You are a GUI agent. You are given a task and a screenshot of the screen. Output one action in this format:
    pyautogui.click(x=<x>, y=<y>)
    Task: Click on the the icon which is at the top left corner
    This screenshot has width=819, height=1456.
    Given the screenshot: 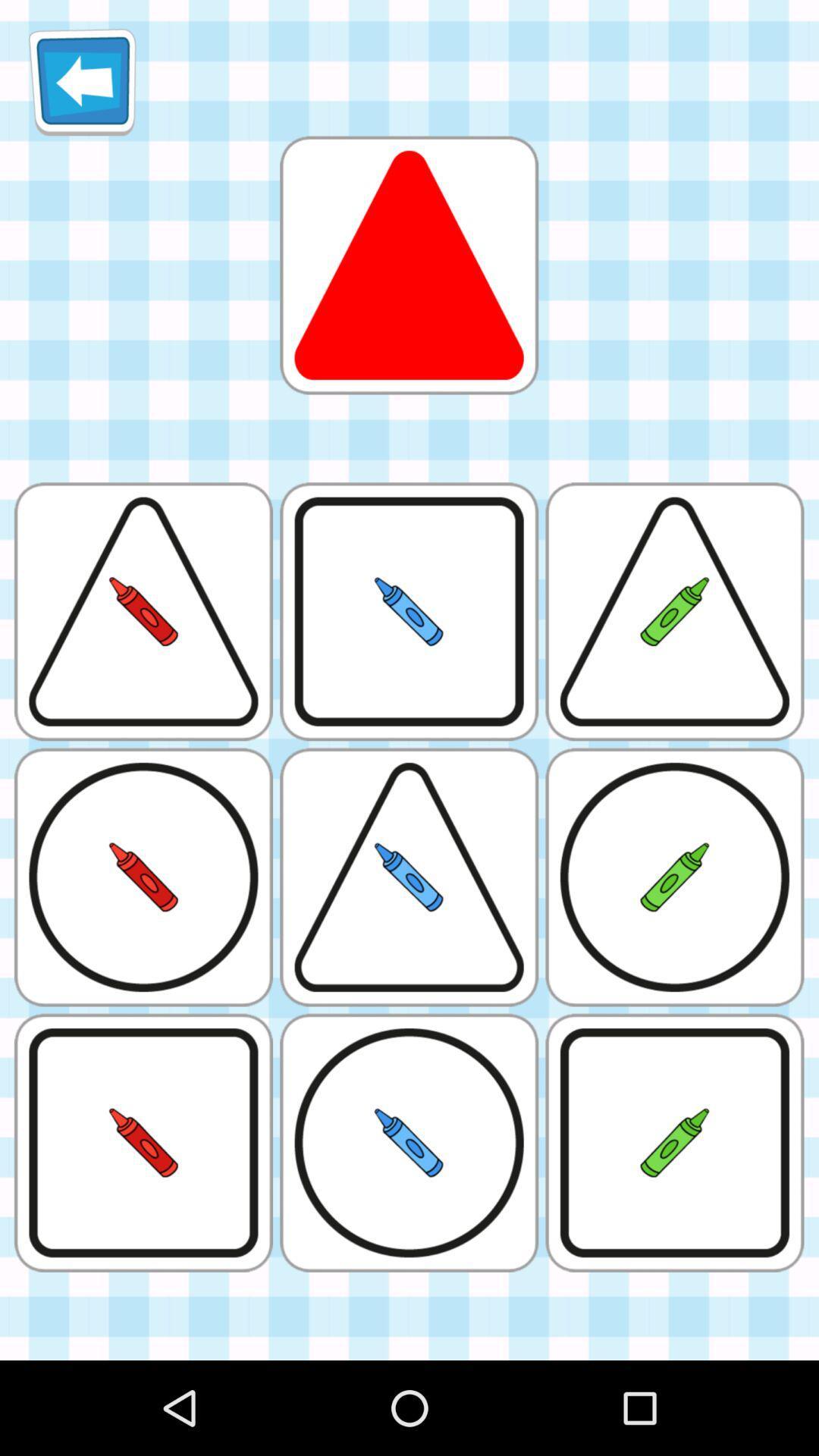 What is the action you would take?
    pyautogui.click(x=82, y=81)
    